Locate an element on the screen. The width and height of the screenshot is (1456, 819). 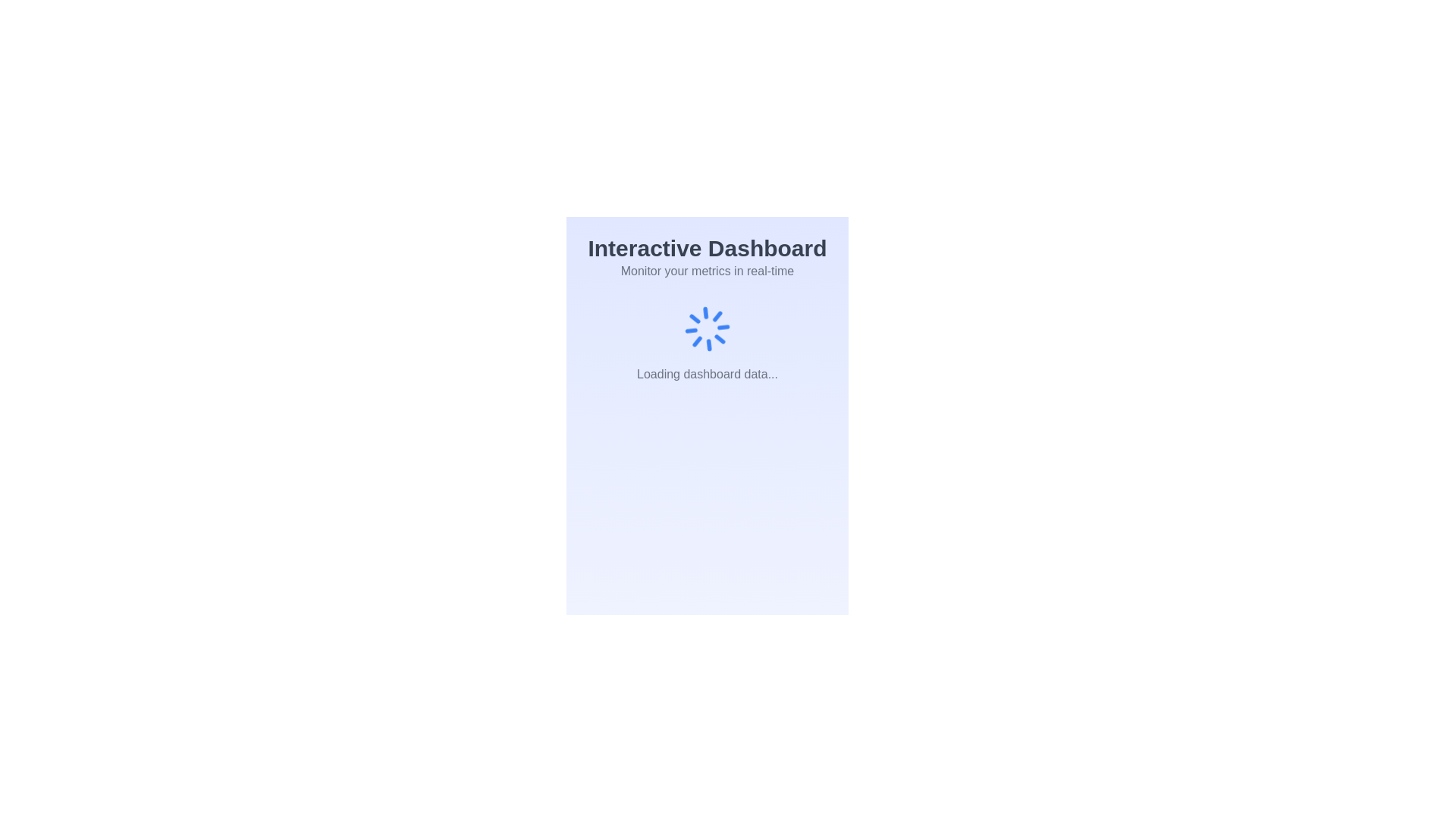
the fifth graphical line segment of the spinner graphic that indicates loading state, which is centrally located below the 'Interactive Dashboard' text is located at coordinates (700, 313).